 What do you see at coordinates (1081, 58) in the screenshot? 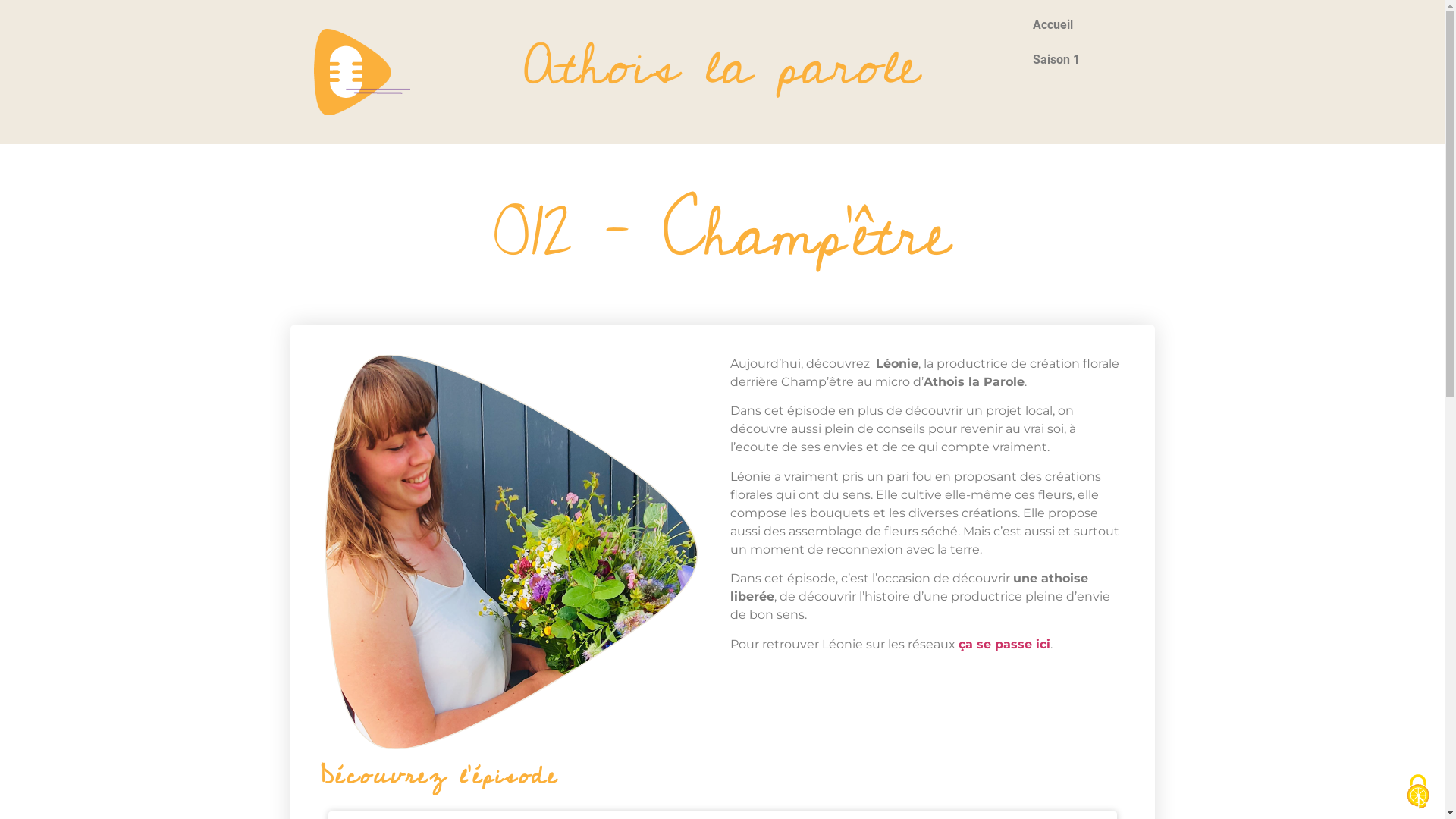
I see `'Saison 1'` at bounding box center [1081, 58].